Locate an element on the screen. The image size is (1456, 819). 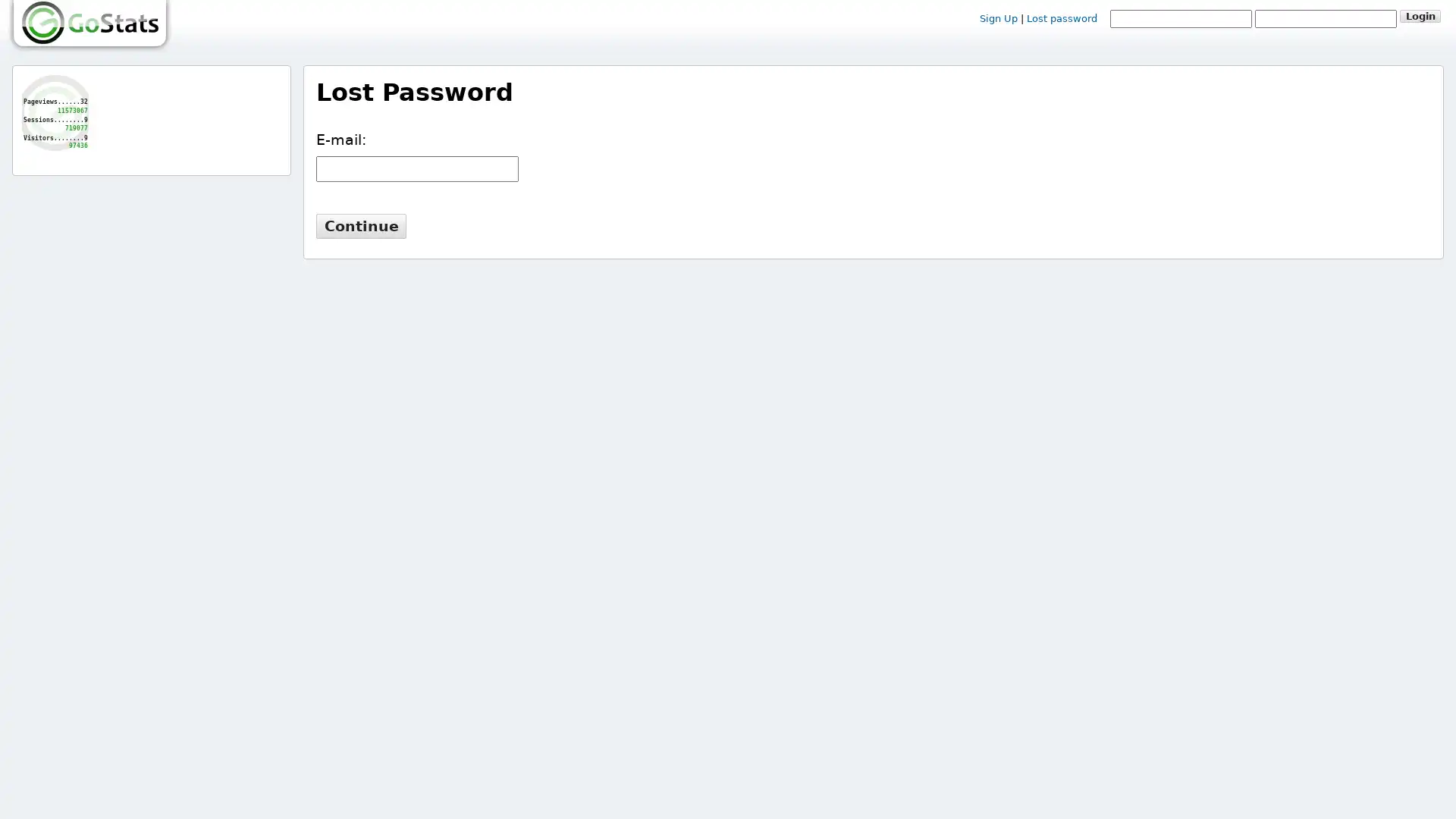
Continue is located at coordinates (360, 226).